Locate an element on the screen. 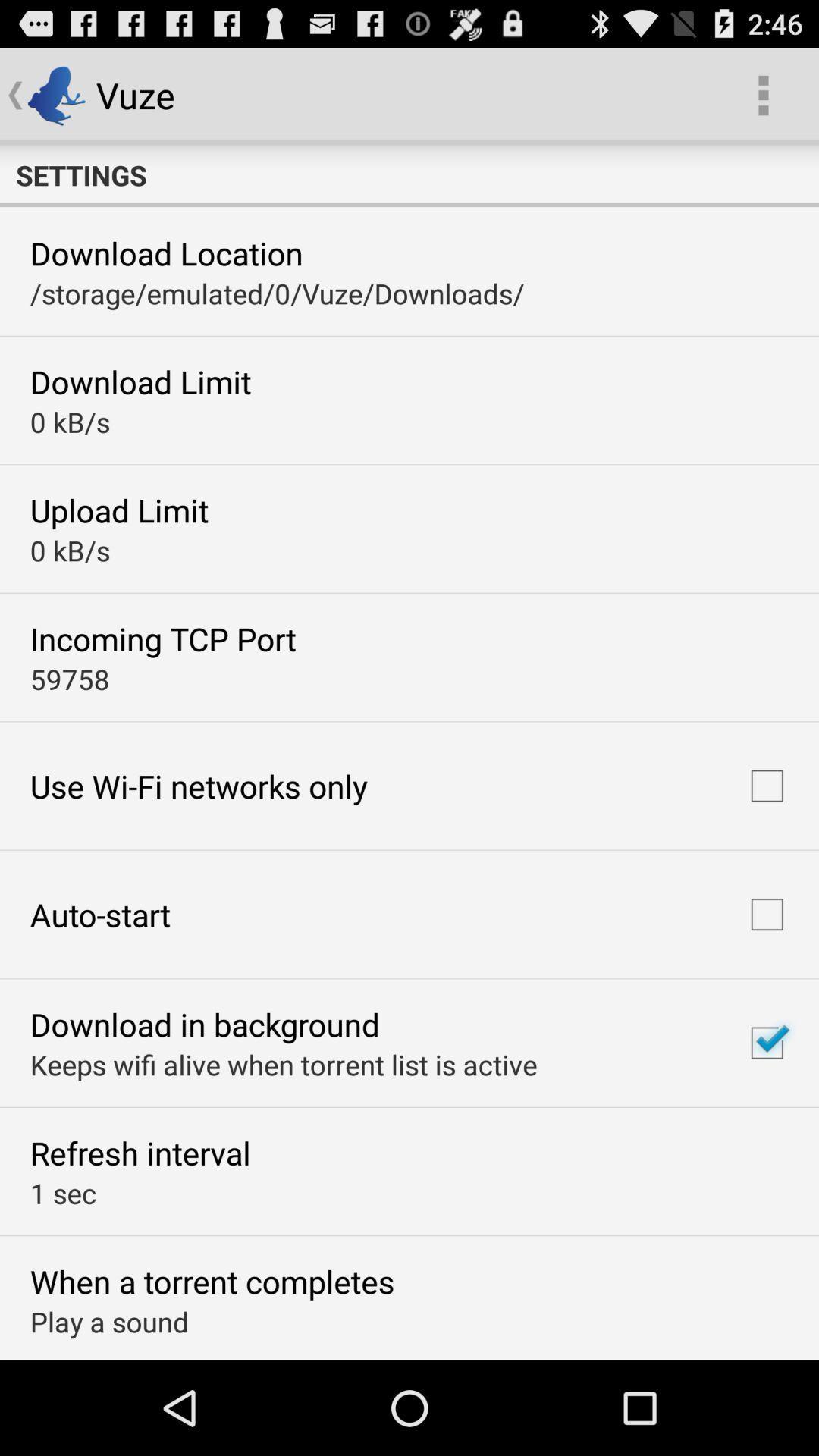  the download location item is located at coordinates (166, 253).